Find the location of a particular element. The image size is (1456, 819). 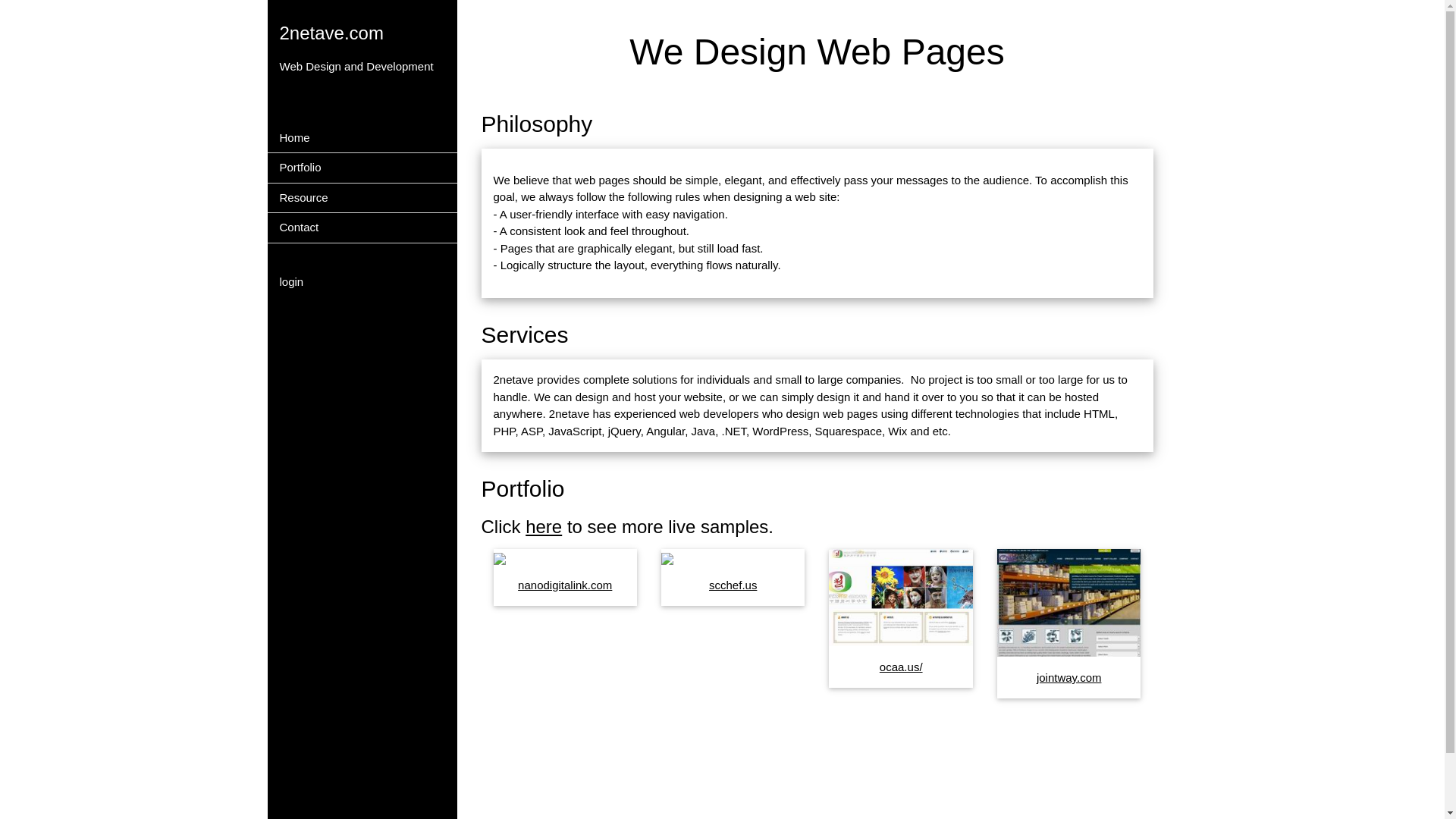

'nanodigitalink.com' is located at coordinates (563, 584).